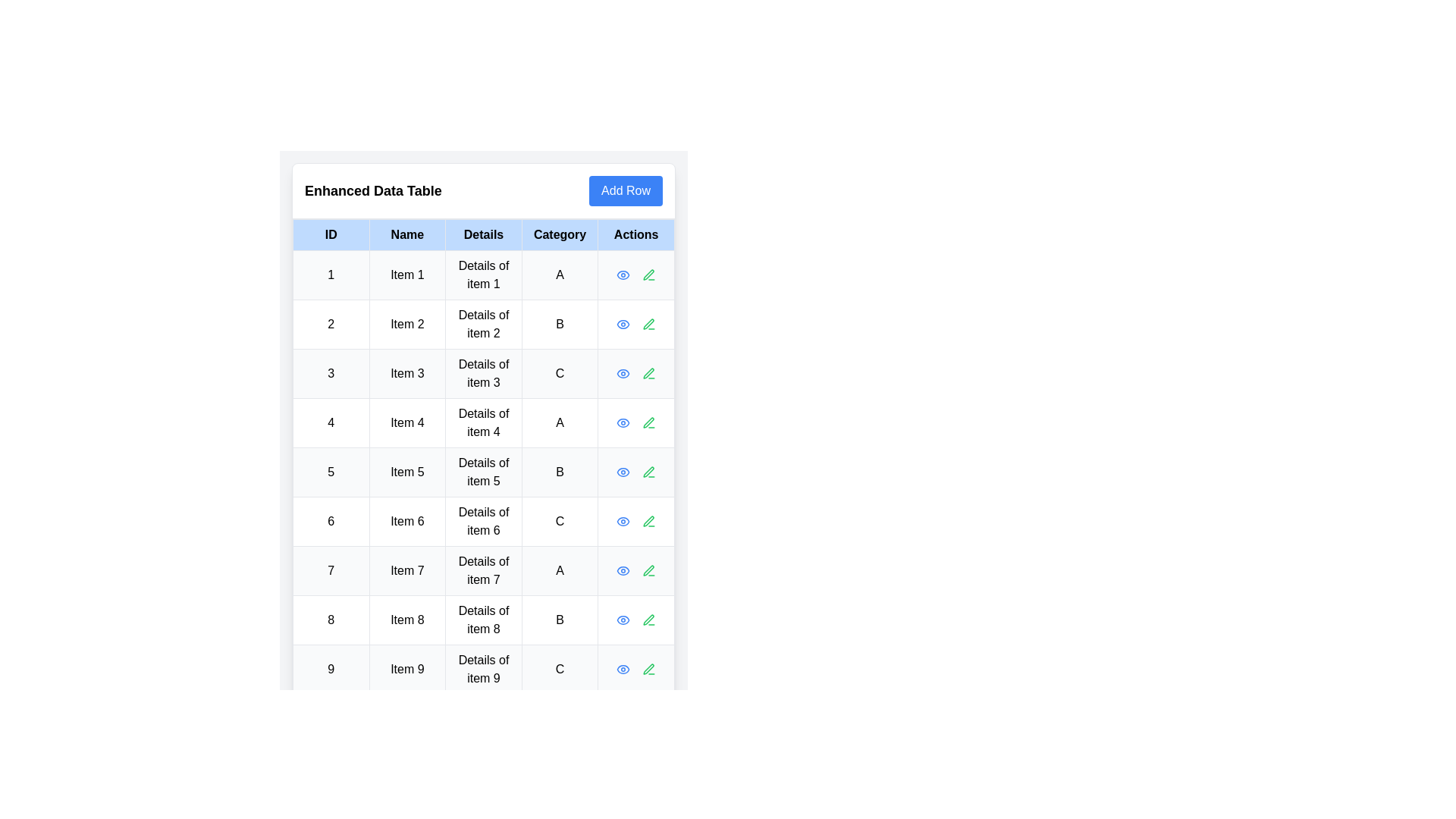  I want to click on the static Text display cell for the name attribute of the eighth entry in the table, located in the second column titled 'Name', so click(407, 620).